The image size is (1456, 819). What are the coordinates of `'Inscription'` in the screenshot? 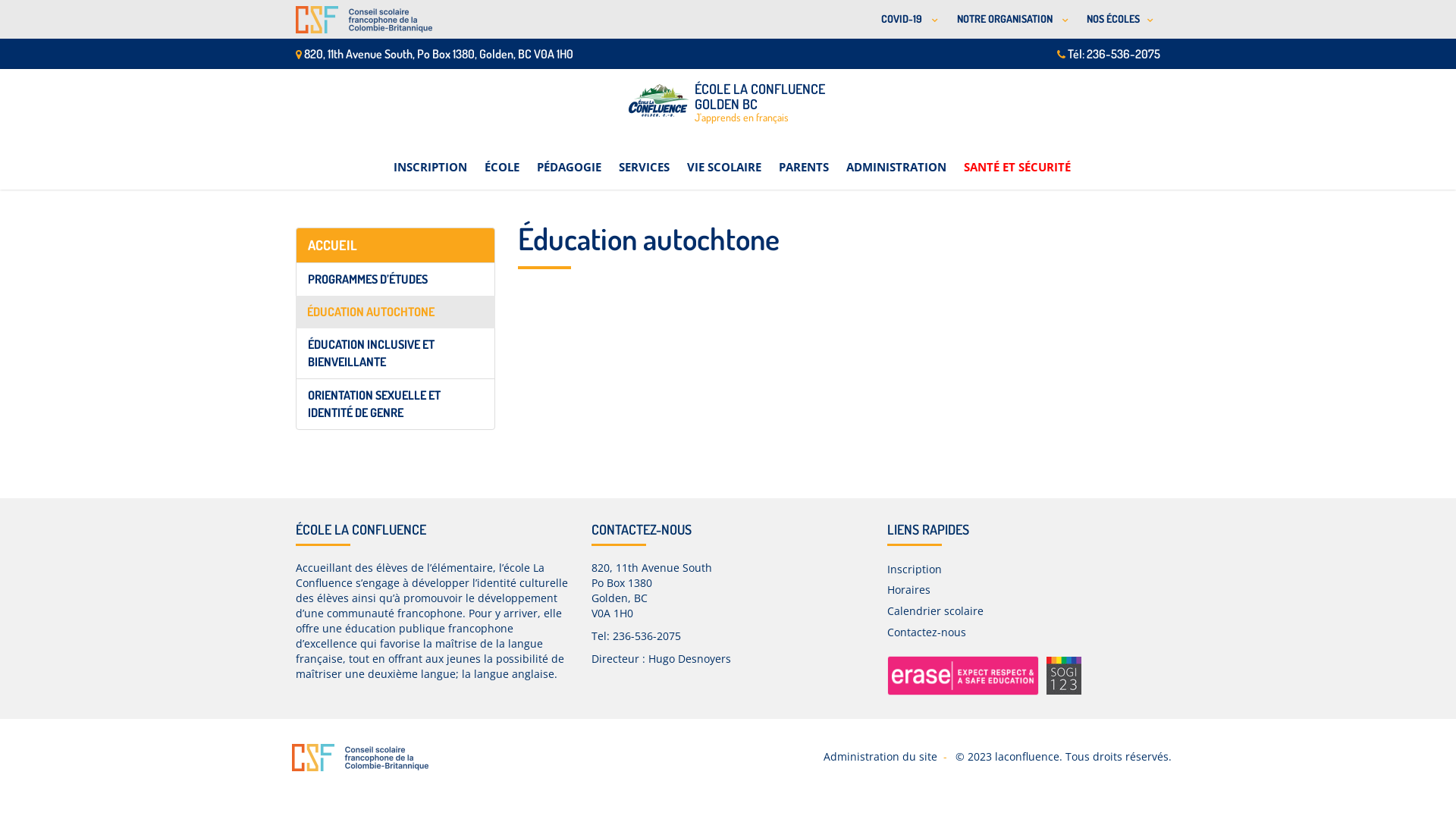 It's located at (913, 569).